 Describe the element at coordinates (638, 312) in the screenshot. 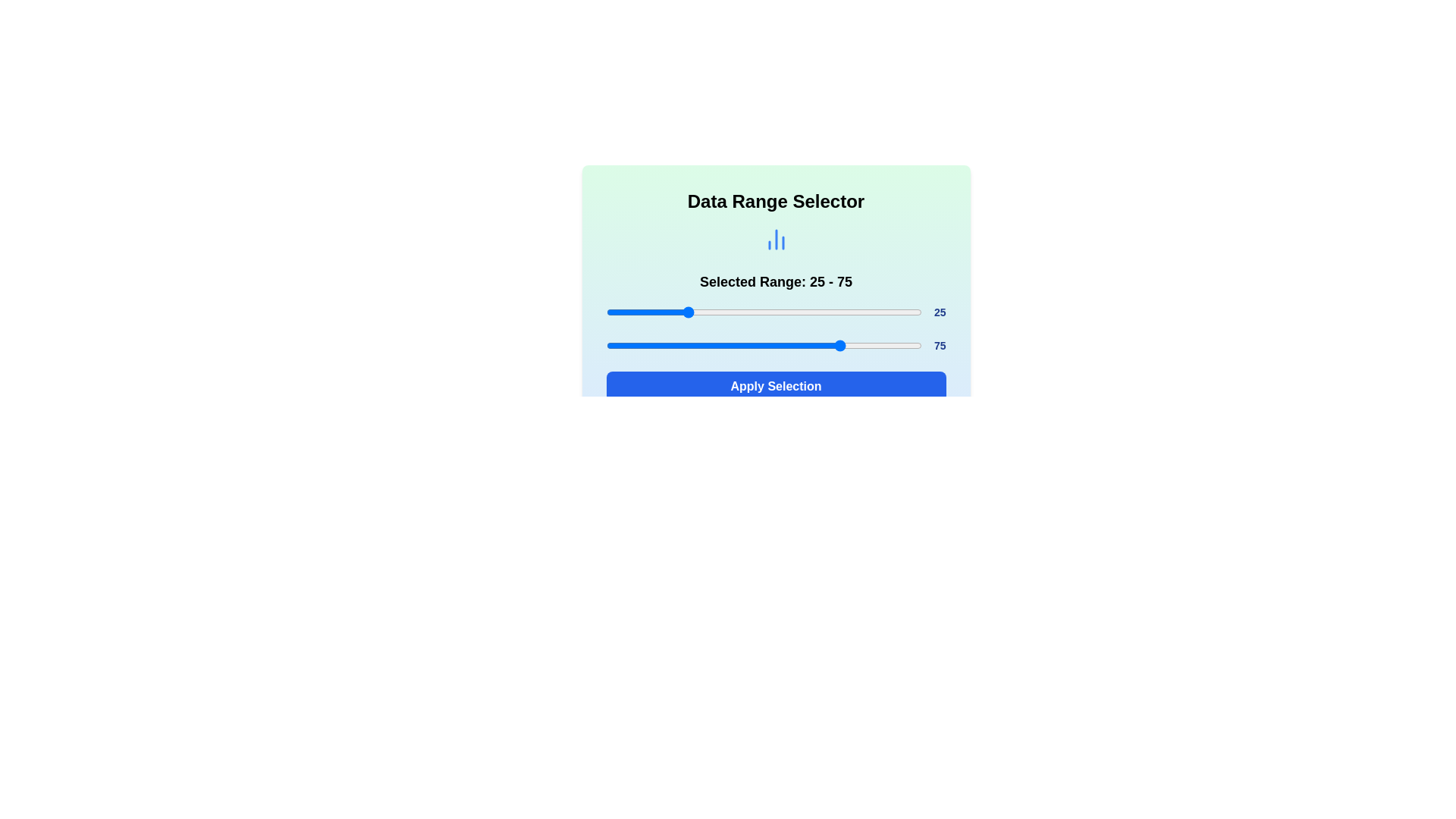

I see `the slider to set its value to 10` at that location.